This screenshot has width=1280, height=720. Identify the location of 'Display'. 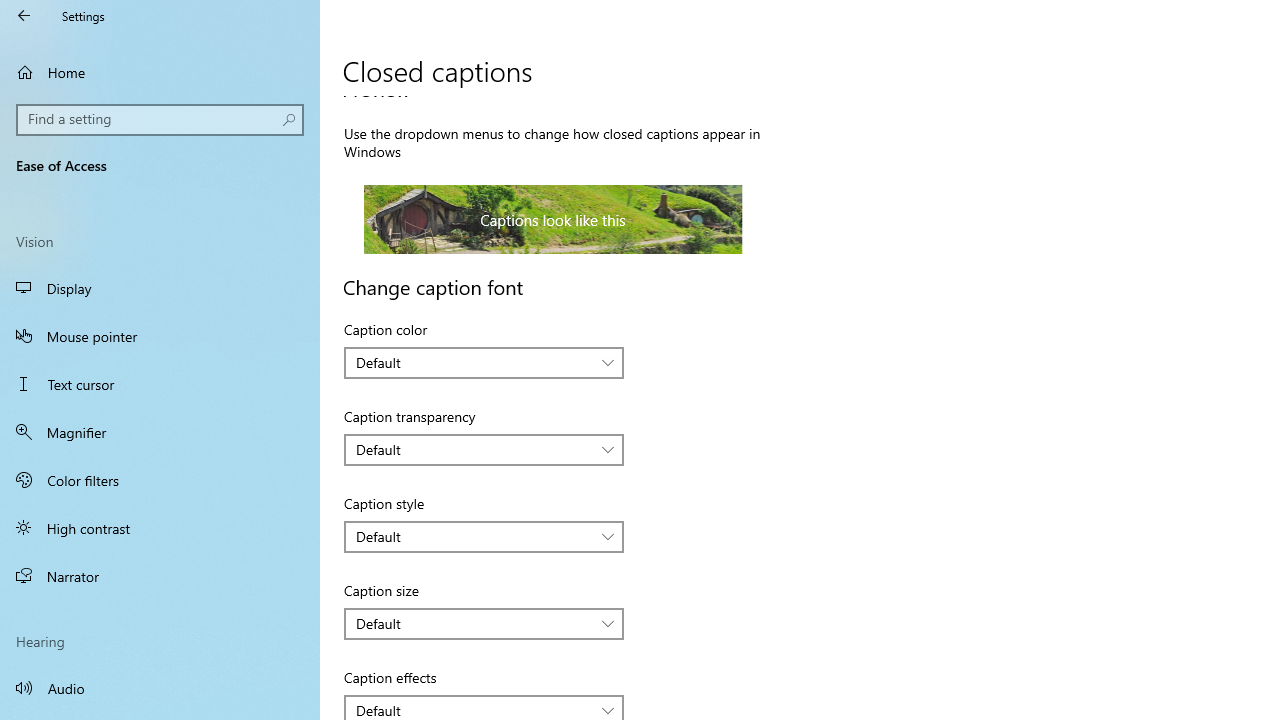
(160, 288).